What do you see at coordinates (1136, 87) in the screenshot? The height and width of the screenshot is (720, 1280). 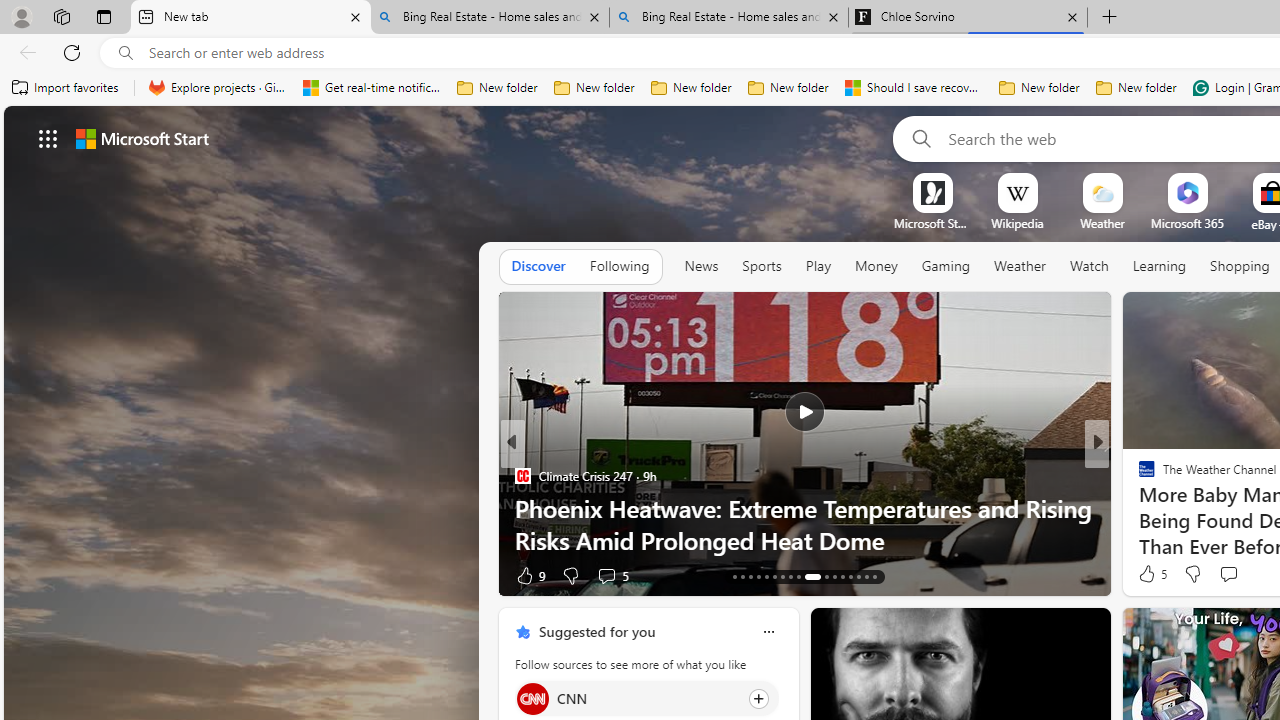 I see `'New folder'` at bounding box center [1136, 87].